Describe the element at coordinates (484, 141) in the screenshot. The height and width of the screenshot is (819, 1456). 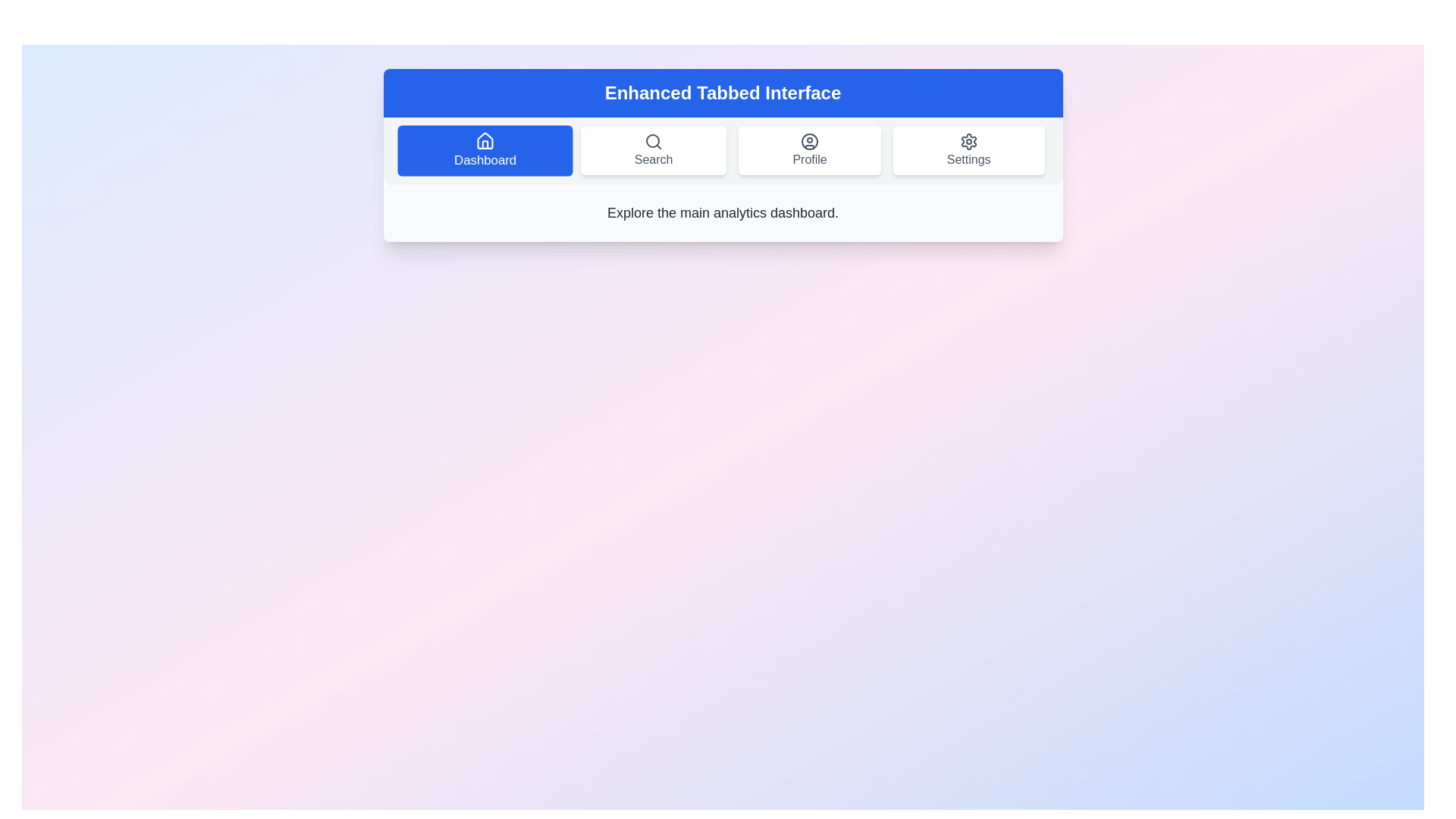
I see `the house icon in the horizontal navigation bar, which is white-filled with a blue rounded rectangle background and is adjacent to the 'Dashboard' text label` at that location.